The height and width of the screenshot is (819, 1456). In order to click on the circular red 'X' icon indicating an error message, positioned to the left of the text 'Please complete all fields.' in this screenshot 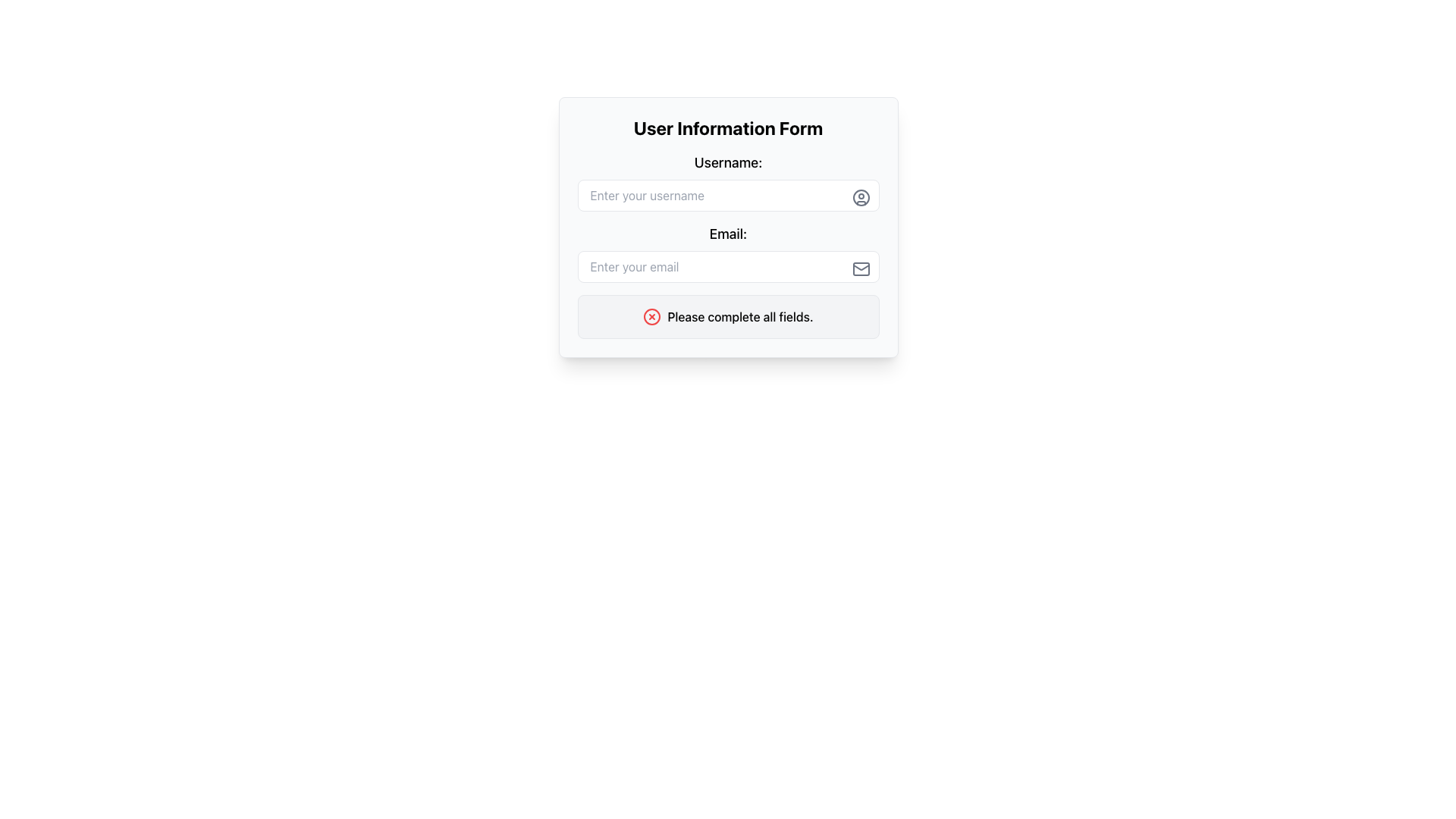, I will do `click(652, 315)`.